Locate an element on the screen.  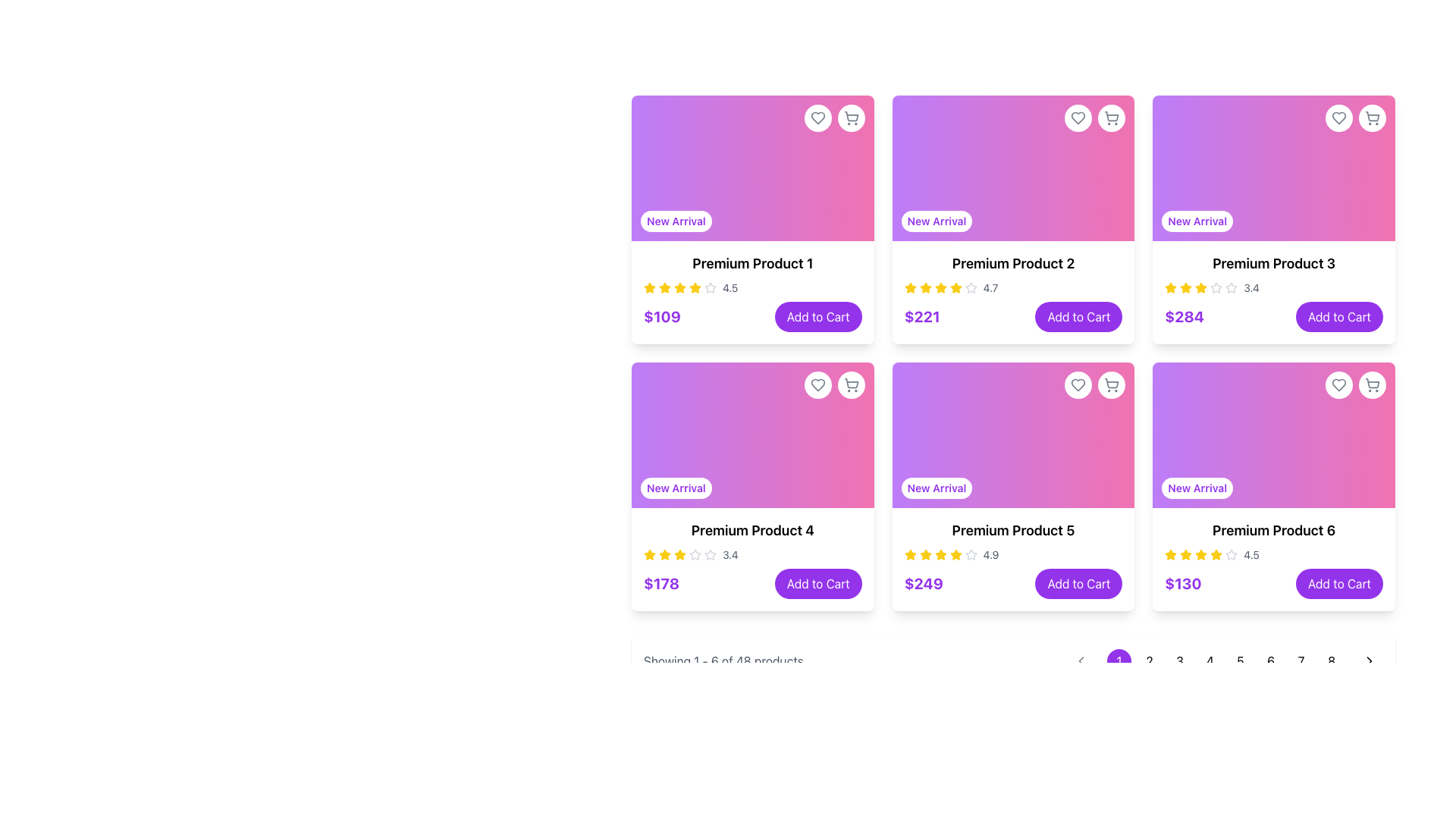
displayed price text for the product 'Premium Product 6' located in the bottom-right corner of the product grid, above the 'Add to Cart' button and below the rating stars is located at coordinates (1182, 583).